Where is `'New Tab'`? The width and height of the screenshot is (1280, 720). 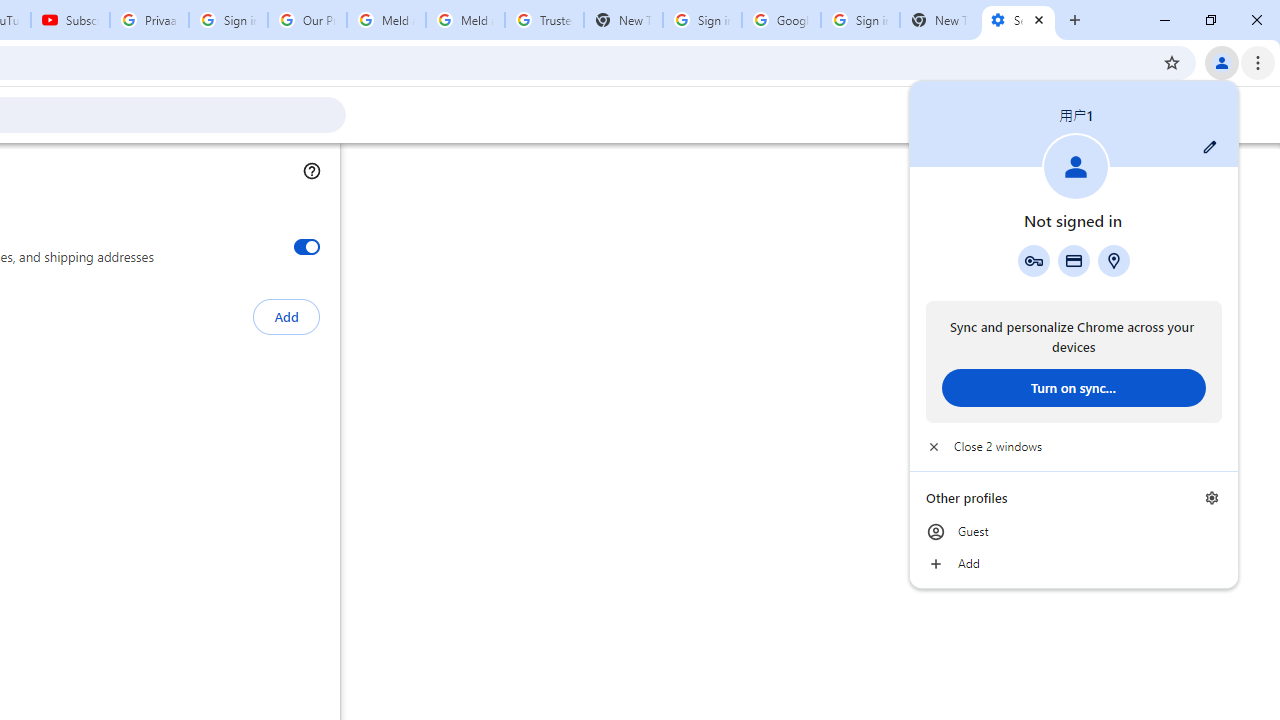
'New Tab' is located at coordinates (938, 20).